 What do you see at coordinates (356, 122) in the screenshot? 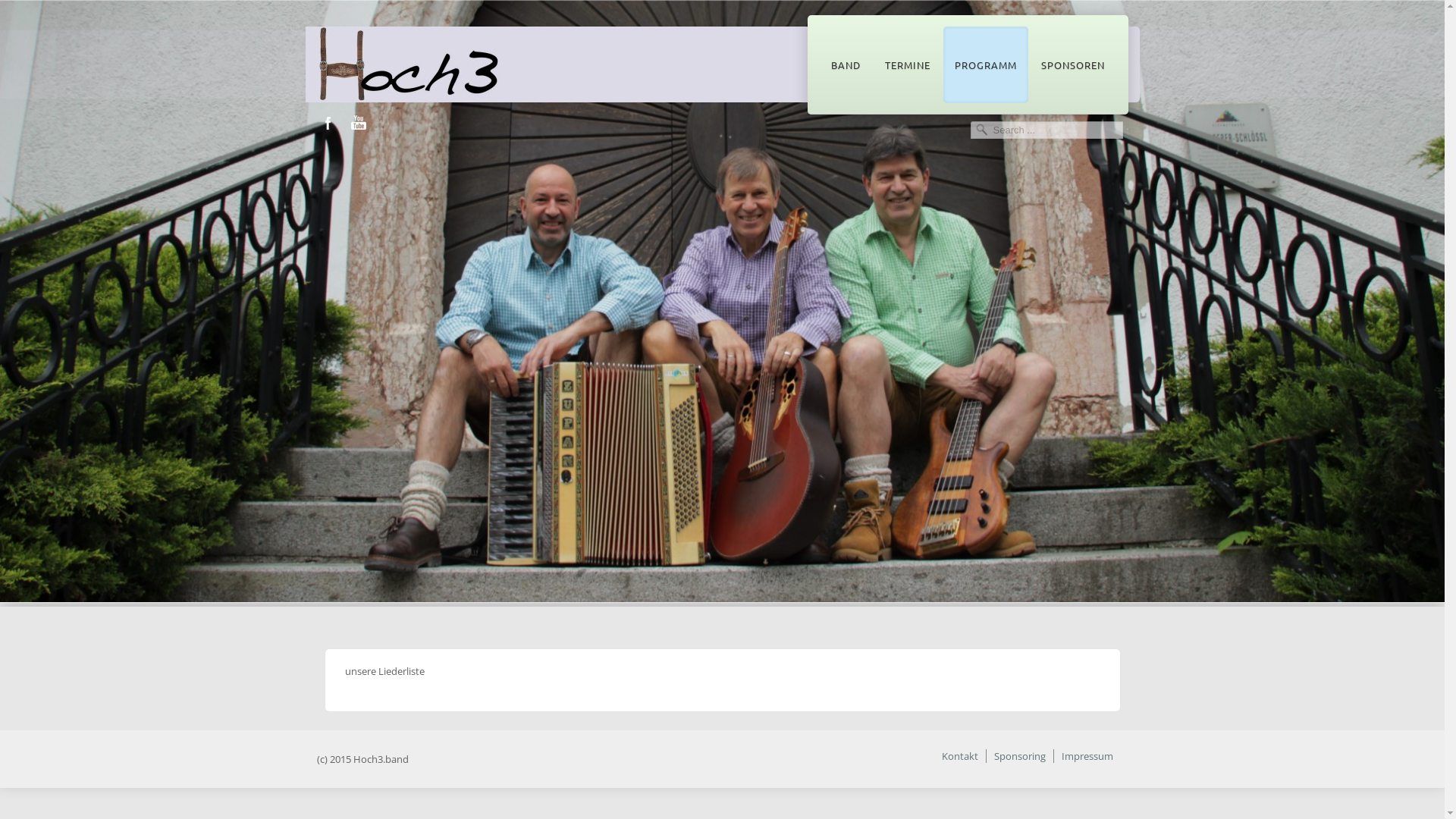
I see `'Youtube'` at bounding box center [356, 122].